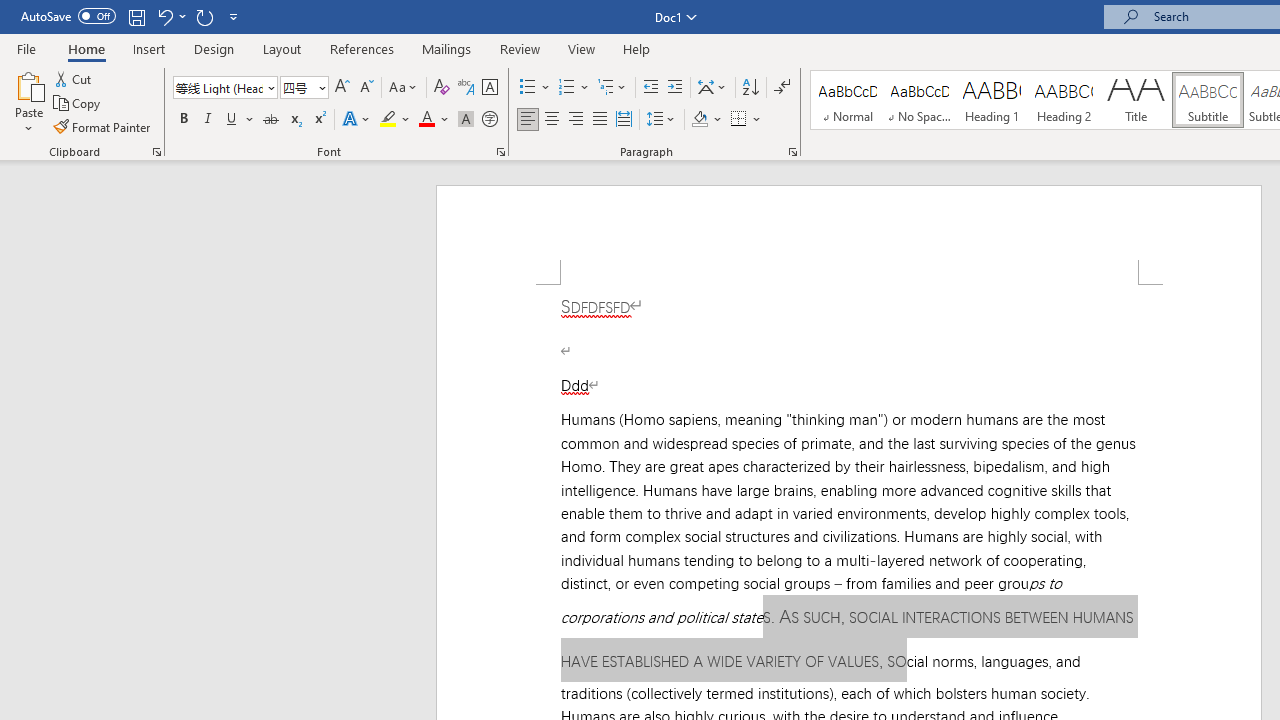 This screenshot has height=720, width=1280. I want to click on 'Font', so click(218, 86).